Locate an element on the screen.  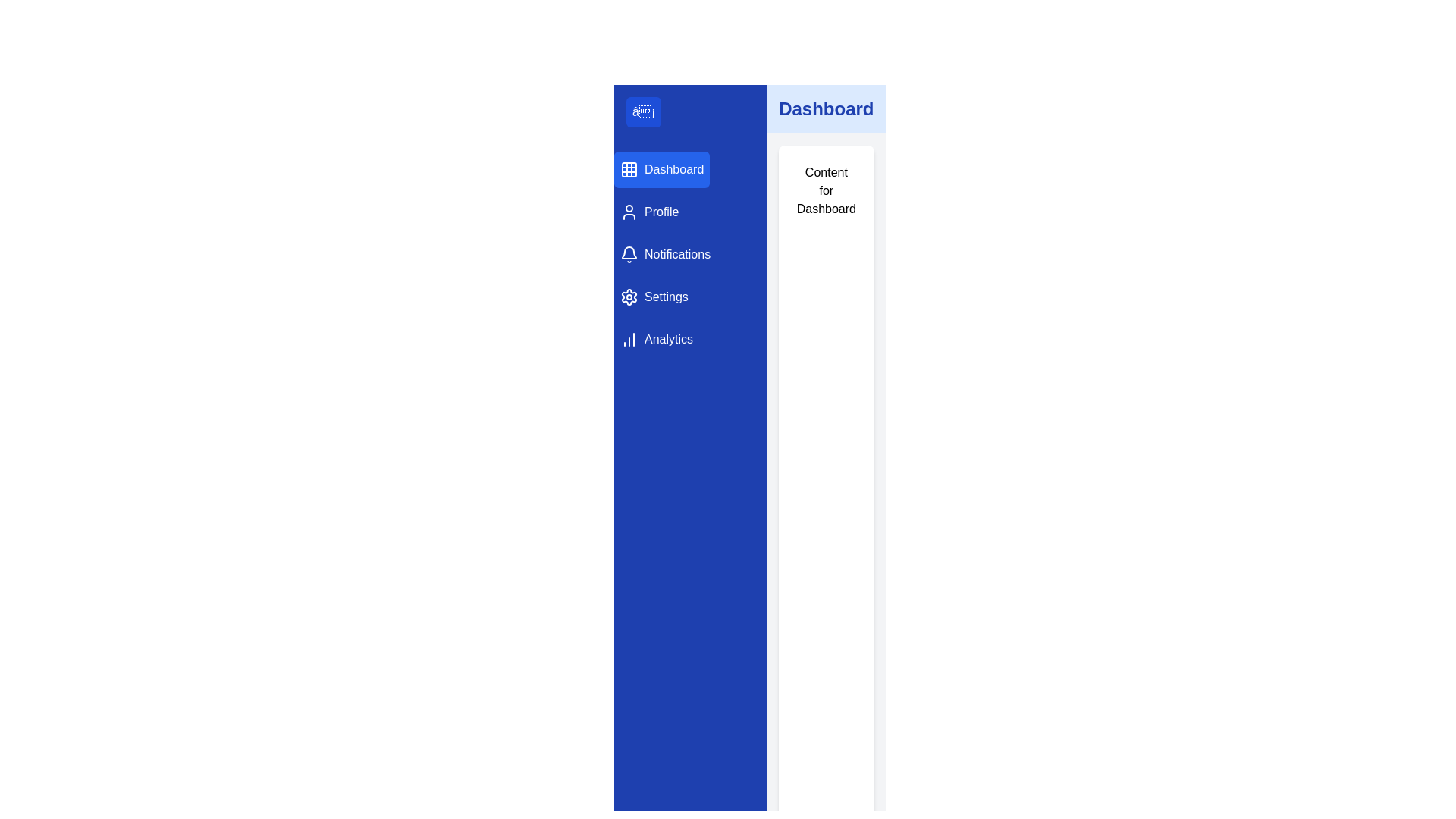
the 'Dashboard' heading label displayed in bold large blue font at the top right section of the interface is located at coordinates (825, 108).